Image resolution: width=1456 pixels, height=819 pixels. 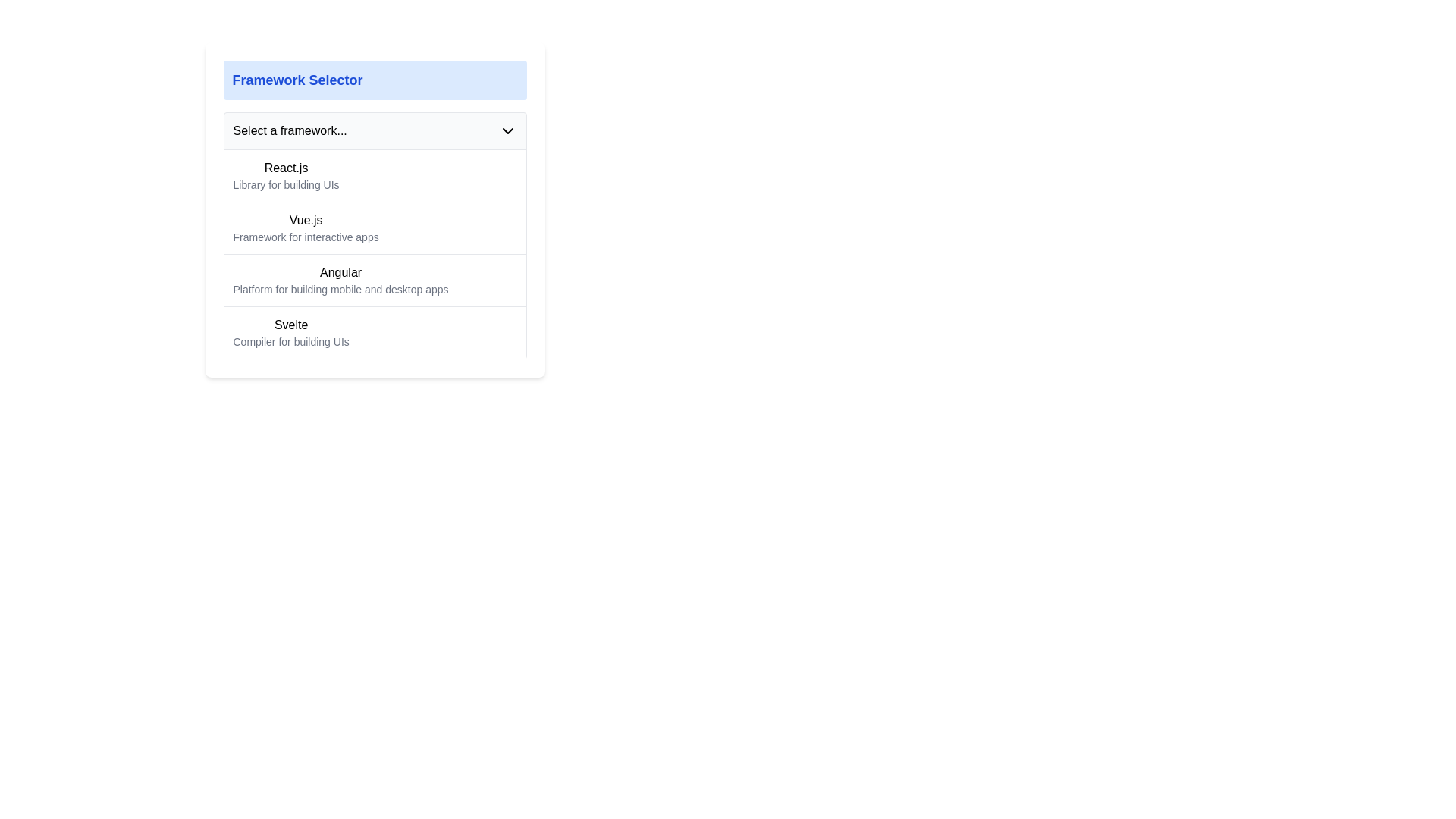 What do you see at coordinates (340, 281) in the screenshot?
I see `the second list item displaying 'Angular' in a larger font and 'Platform for building mobile and desktop apps' in a smaller font` at bounding box center [340, 281].